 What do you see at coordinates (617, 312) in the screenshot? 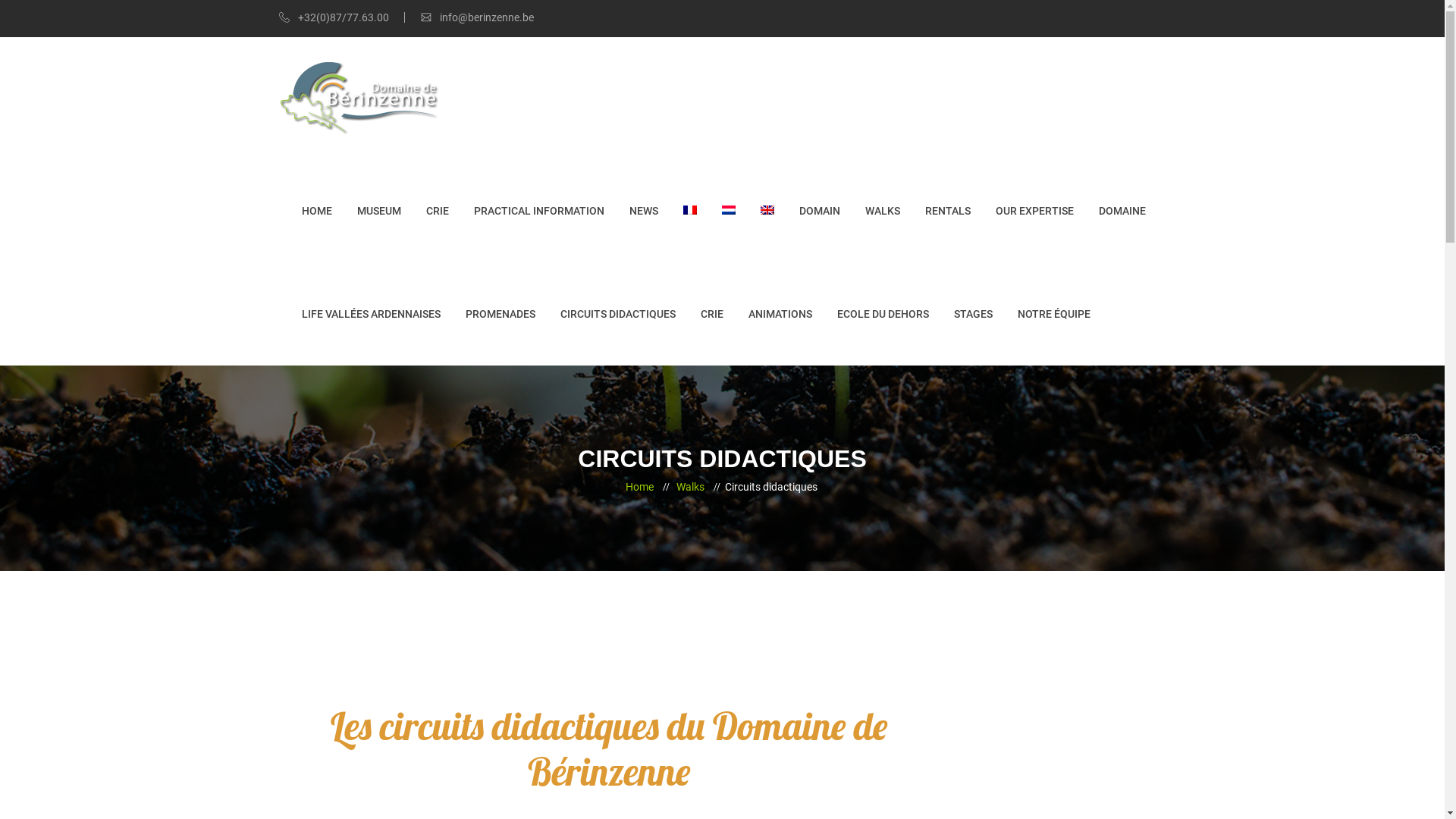
I see `'CIRCUITS DIDACTIQUES'` at bounding box center [617, 312].